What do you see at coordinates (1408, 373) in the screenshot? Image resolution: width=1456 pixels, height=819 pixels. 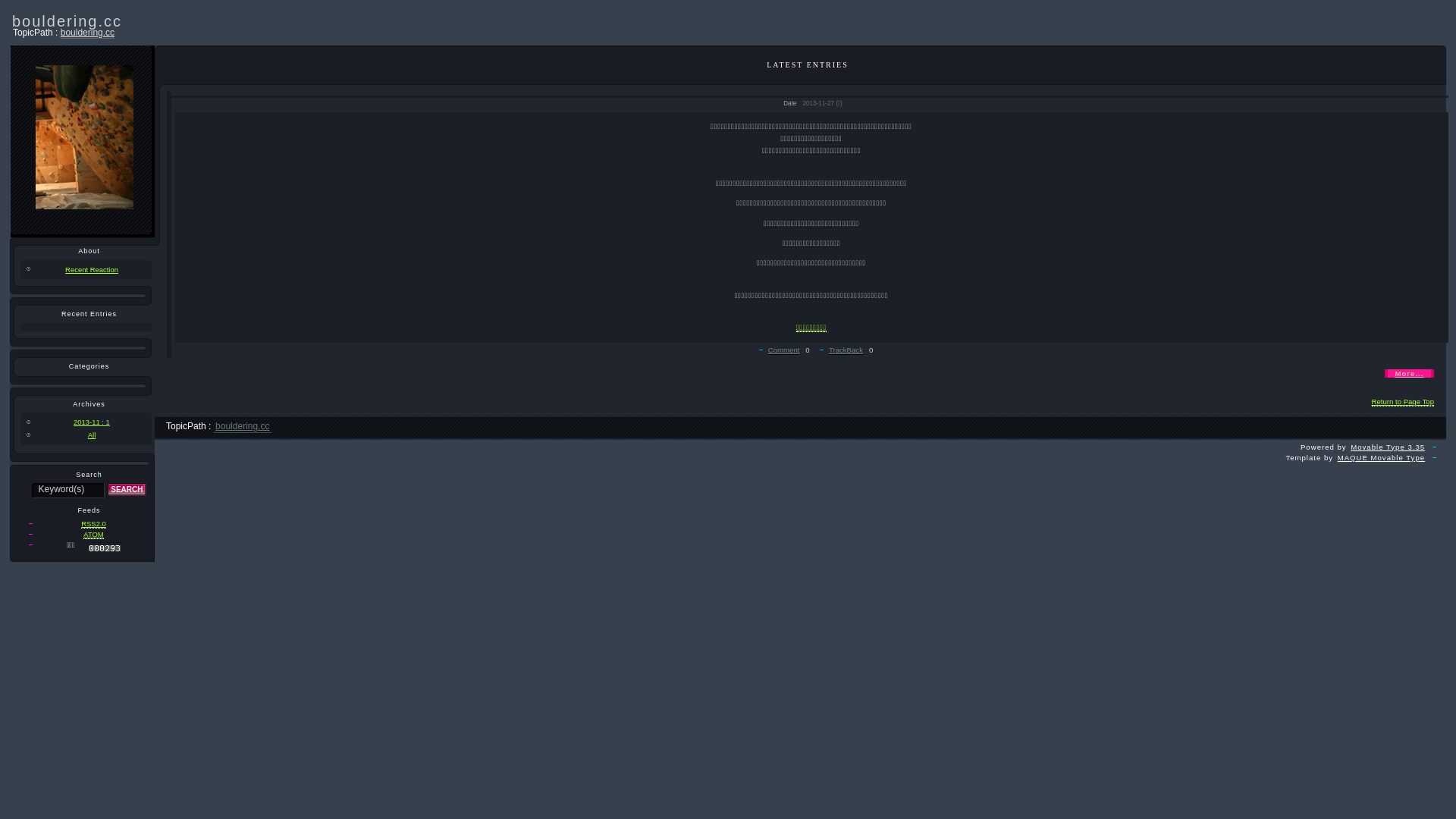 I see `'More...'` at bounding box center [1408, 373].